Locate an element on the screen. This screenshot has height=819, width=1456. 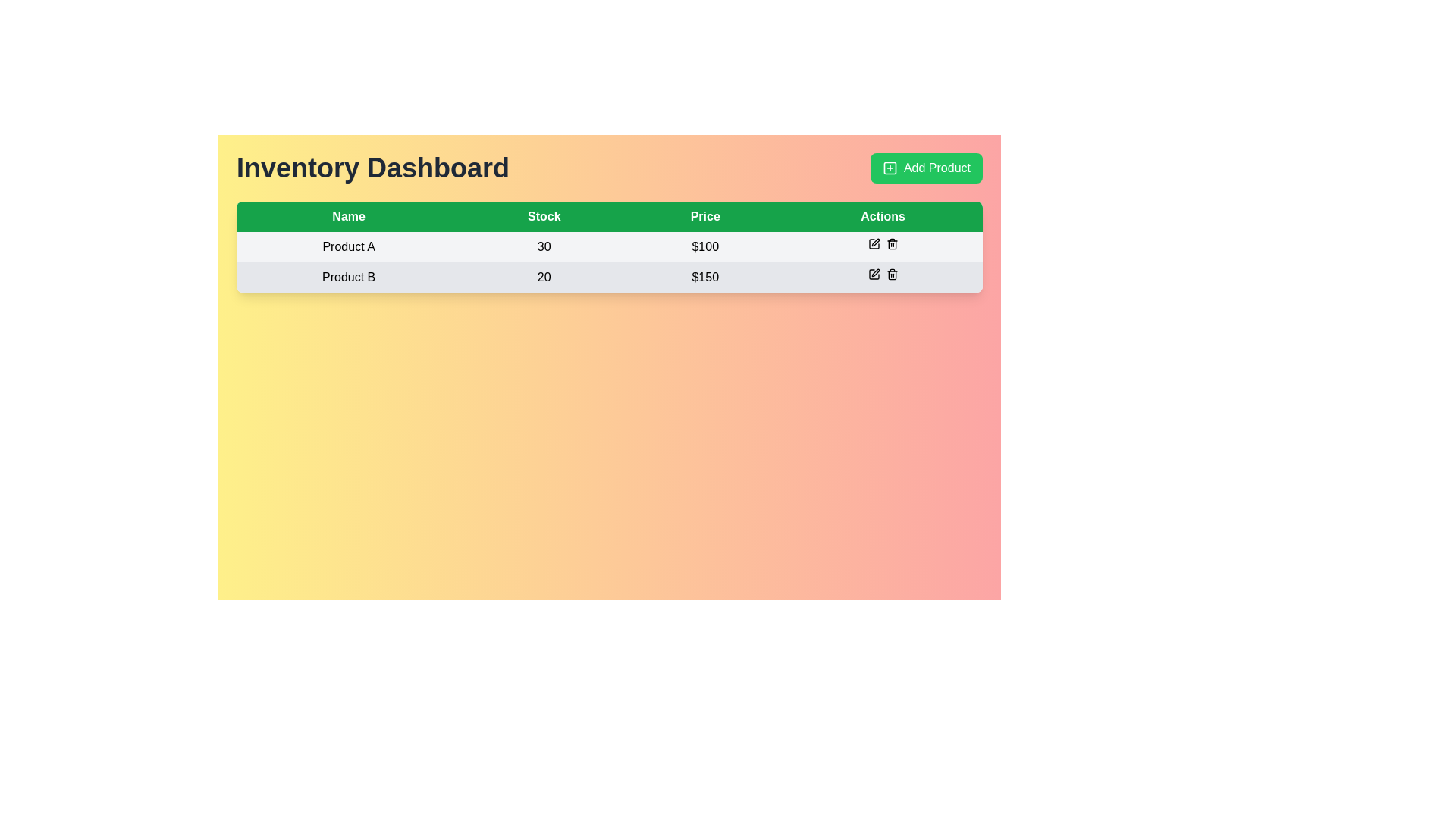
the interactive pen icon button located in the rightmost column labeled 'Actions' of the second row in the table is located at coordinates (874, 275).